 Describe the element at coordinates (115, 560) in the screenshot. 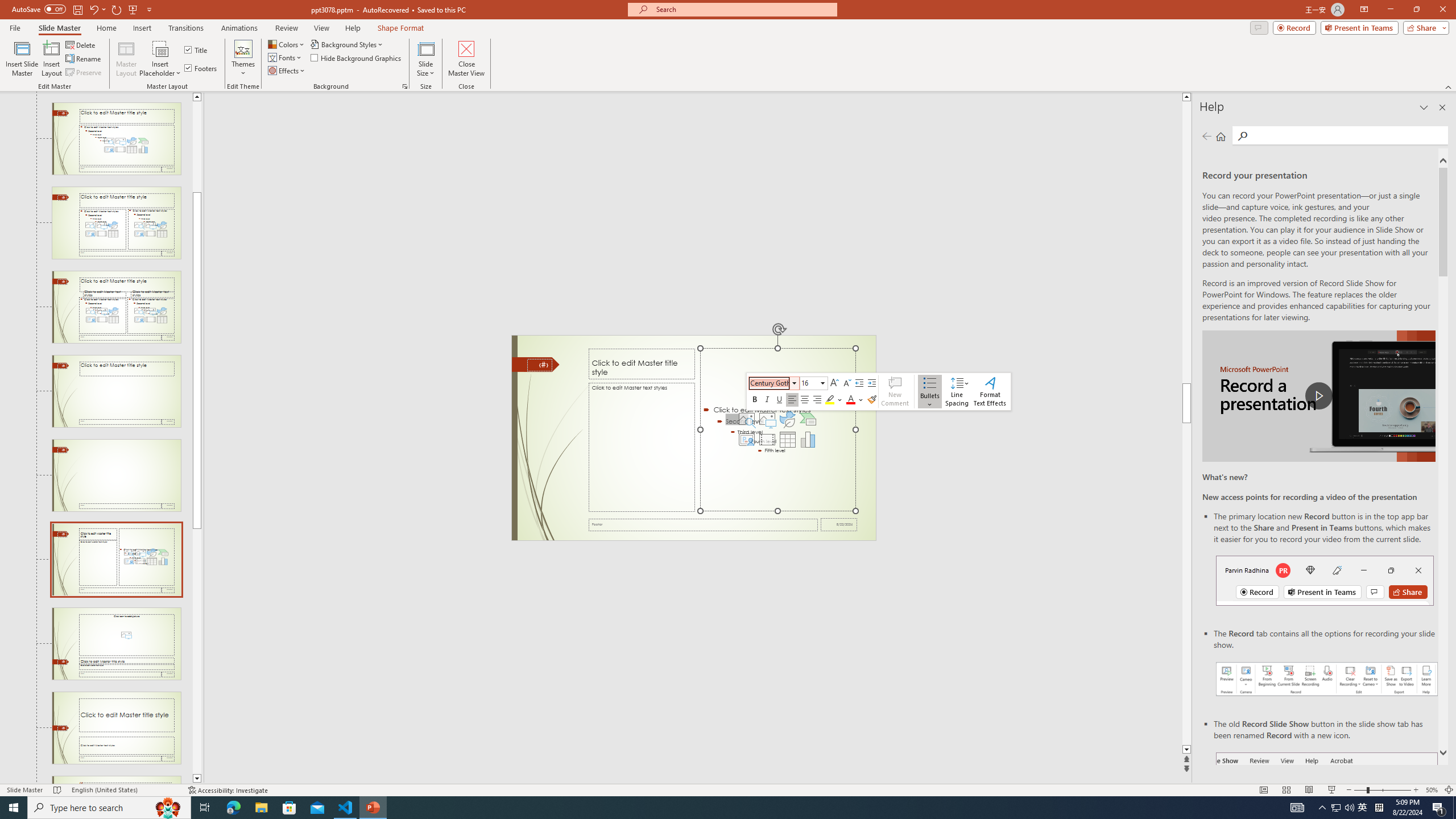

I see `'Slide Content with Caption Layout: used by no slides'` at that location.